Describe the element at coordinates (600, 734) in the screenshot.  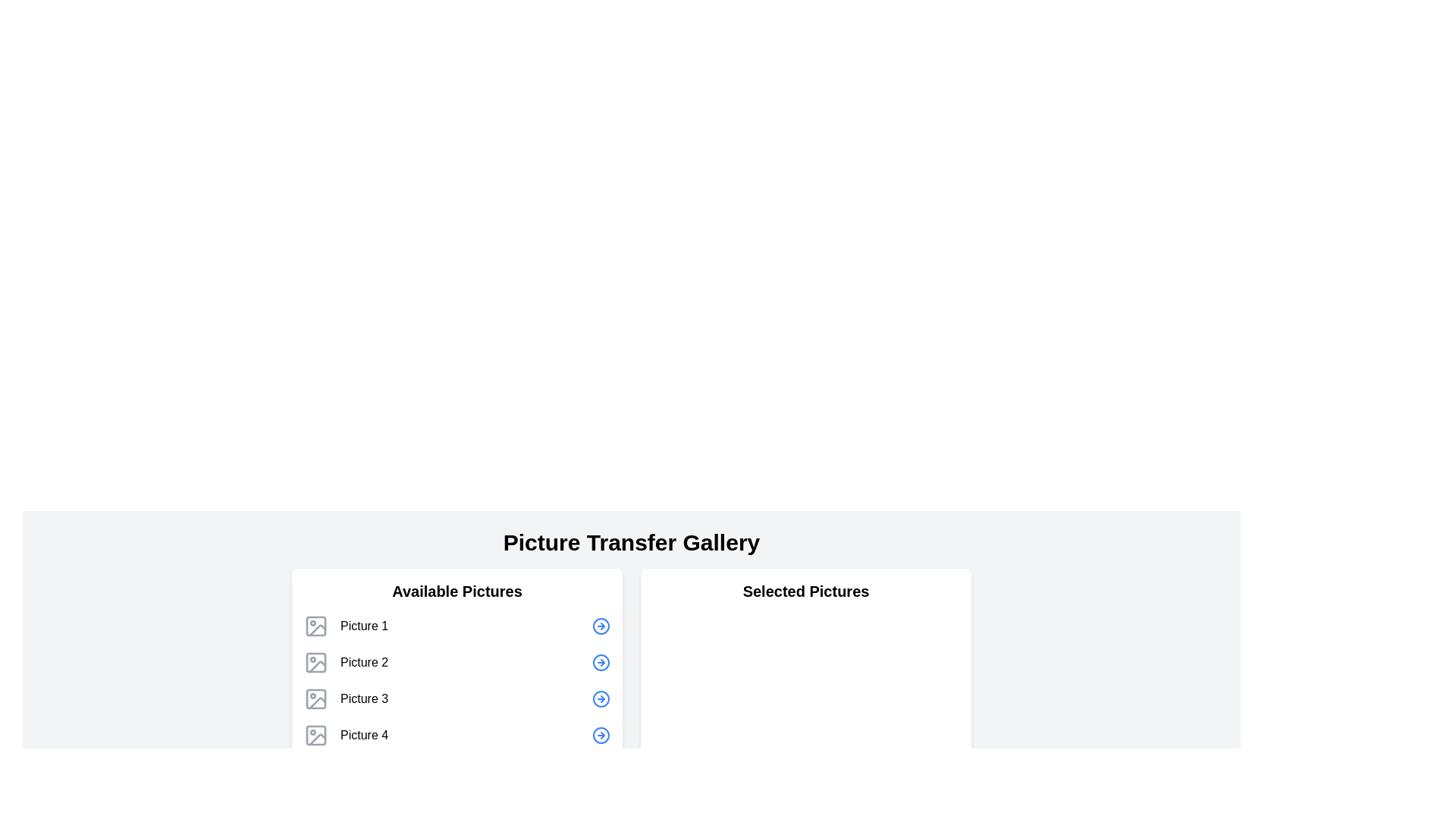
I see `the circular blue button with a right arrow icon located next to the text 'Picture 4' to observe the hover effect` at that location.